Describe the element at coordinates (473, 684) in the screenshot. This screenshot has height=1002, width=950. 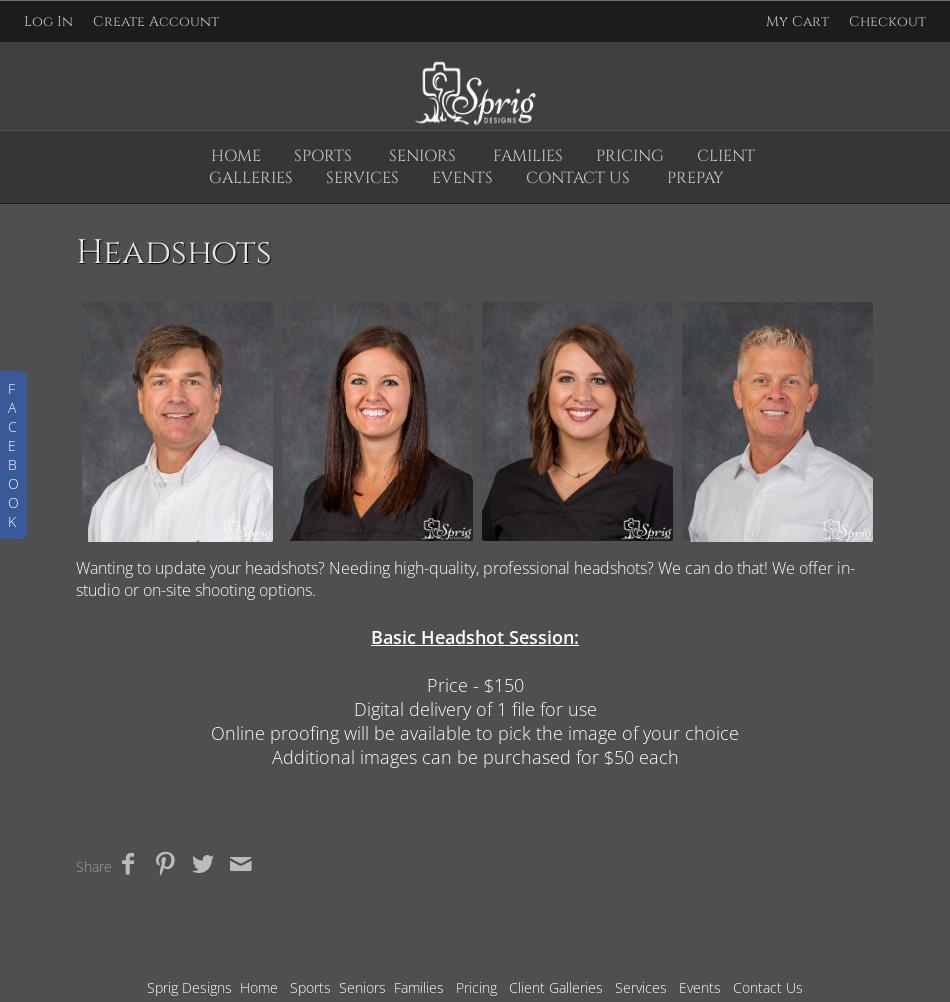
I see `'Price - $150'` at that location.